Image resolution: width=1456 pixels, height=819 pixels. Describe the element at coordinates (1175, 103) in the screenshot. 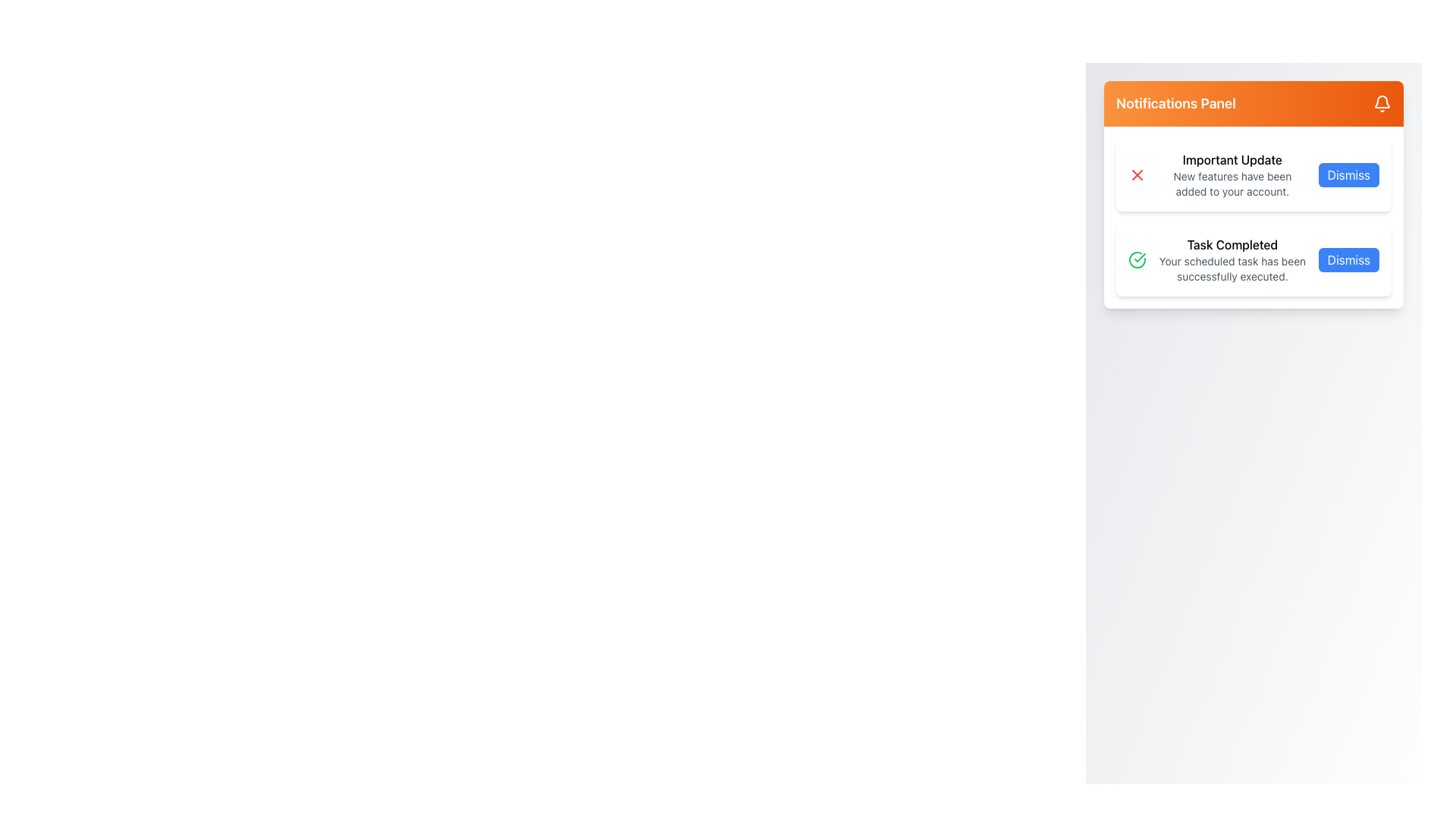

I see `the 'Notifications Panel' text label displayed in bold white font on a gradient orange background` at that location.